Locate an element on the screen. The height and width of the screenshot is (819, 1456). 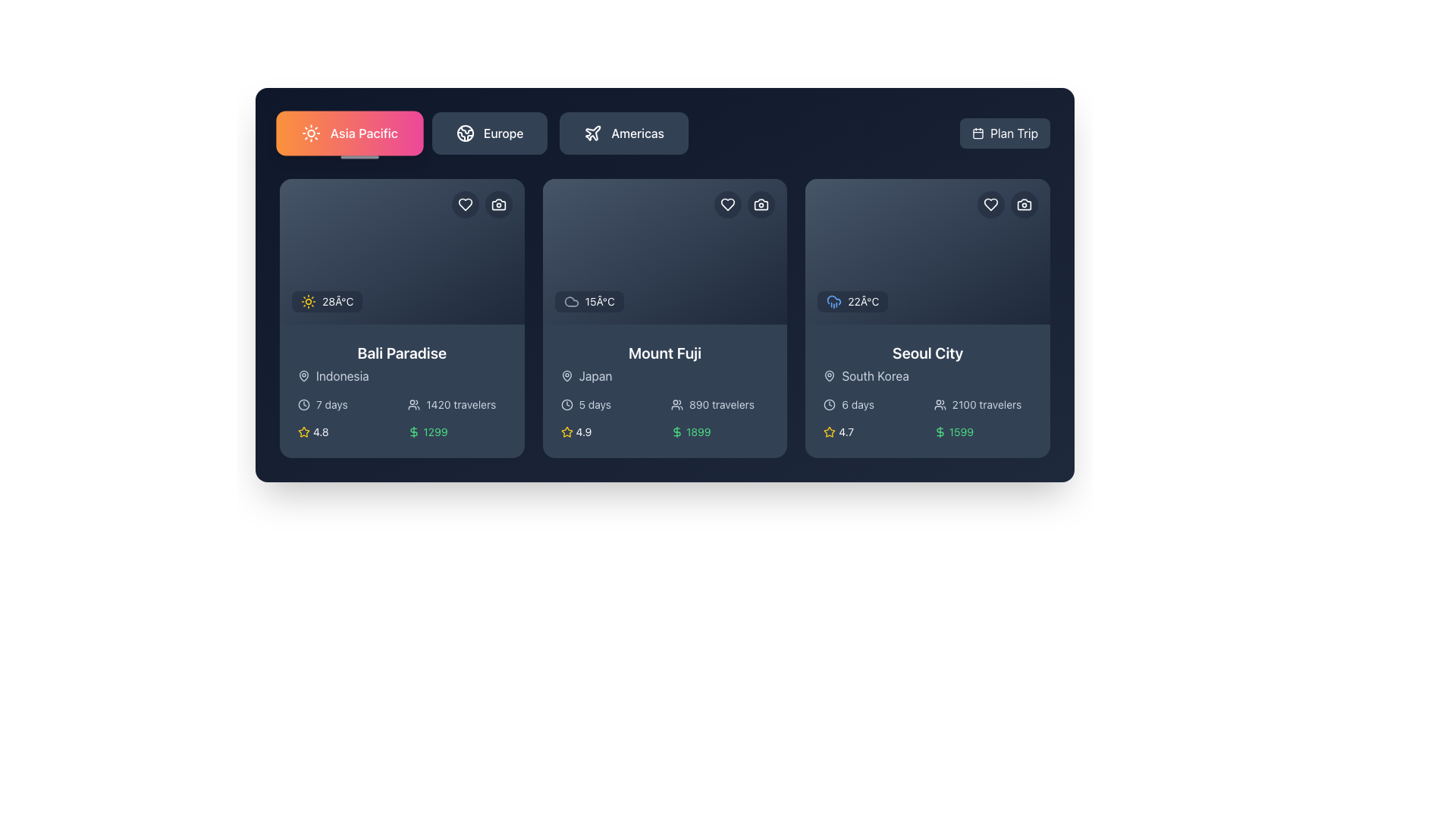
the circular sun icon located at the left end of the 'Asia Pacific' button is located at coordinates (310, 133).